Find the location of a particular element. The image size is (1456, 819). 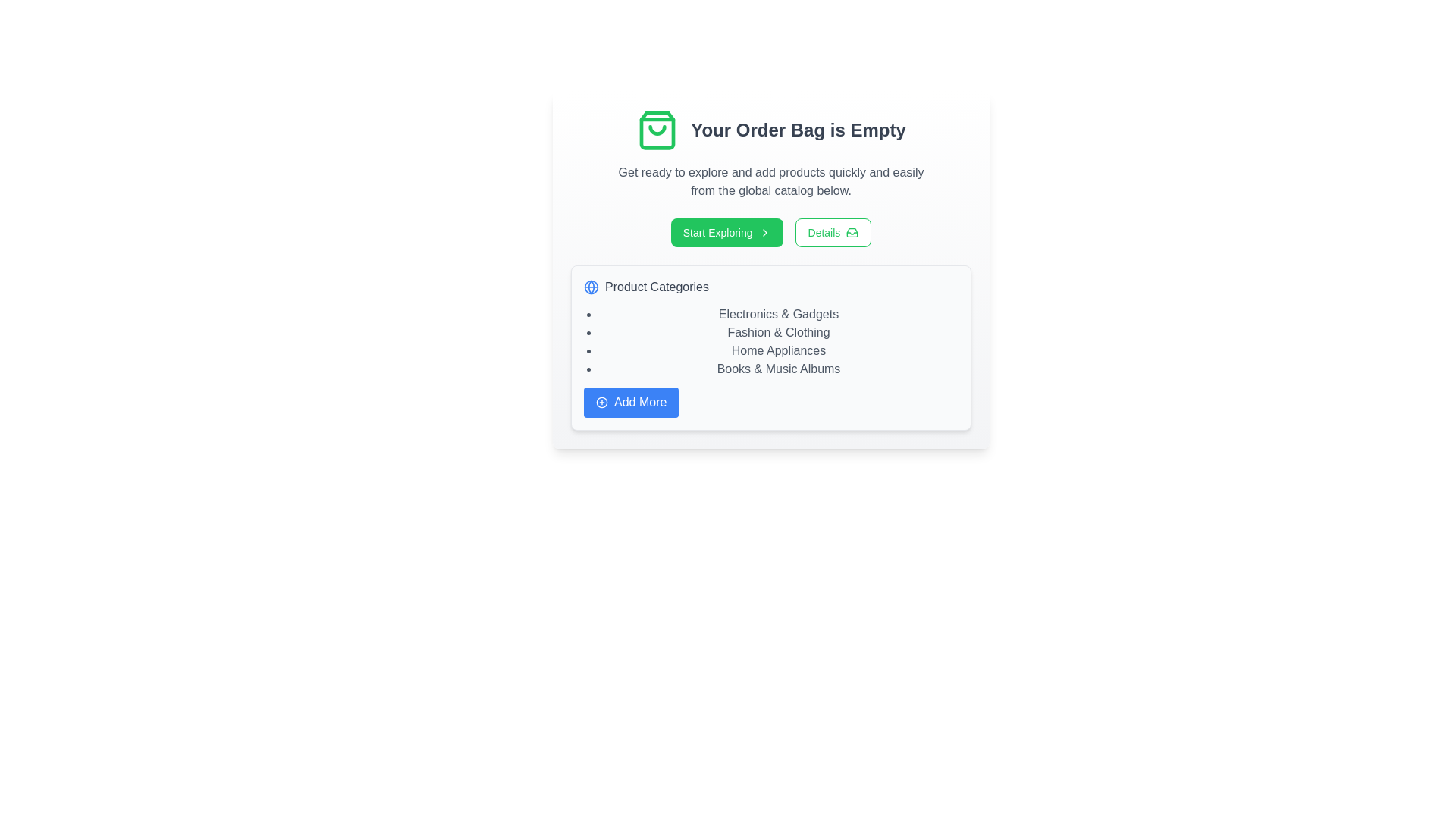

the informational text indicating the empty status of the order bag, located next to the left-aligned green shopping bag icon is located at coordinates (797, 130).